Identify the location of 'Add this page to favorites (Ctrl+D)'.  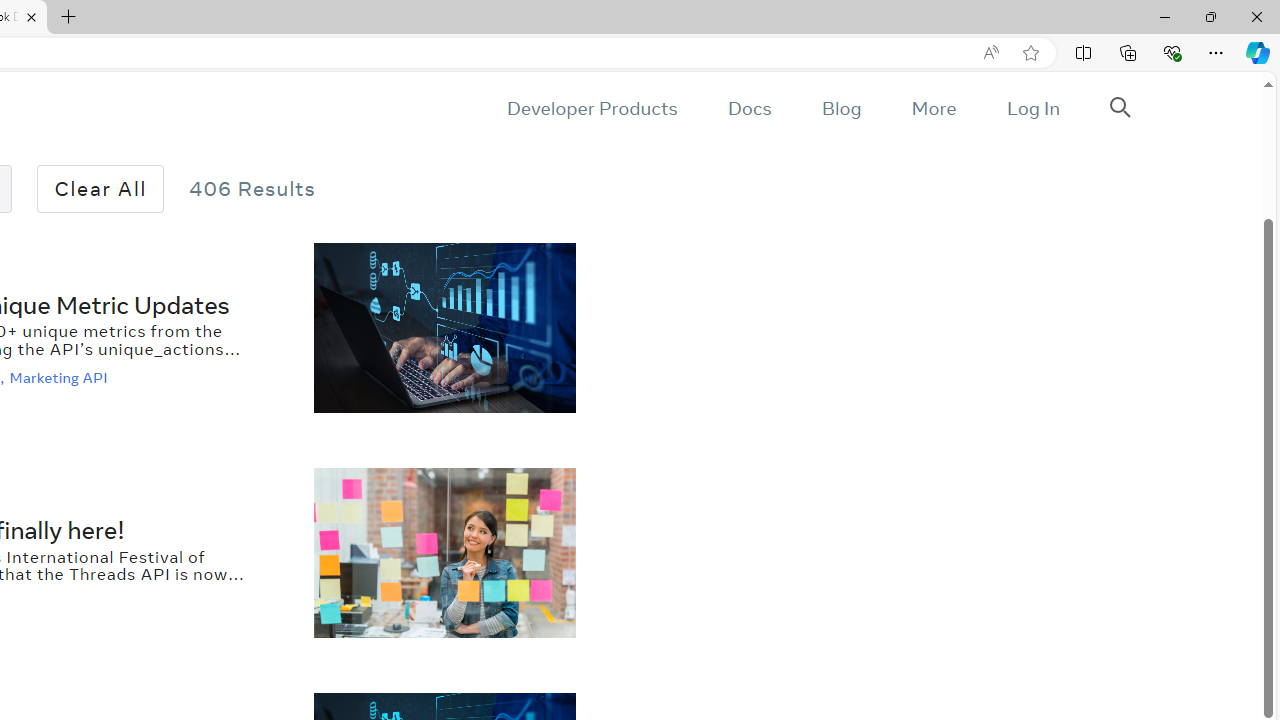
(1031, 52).